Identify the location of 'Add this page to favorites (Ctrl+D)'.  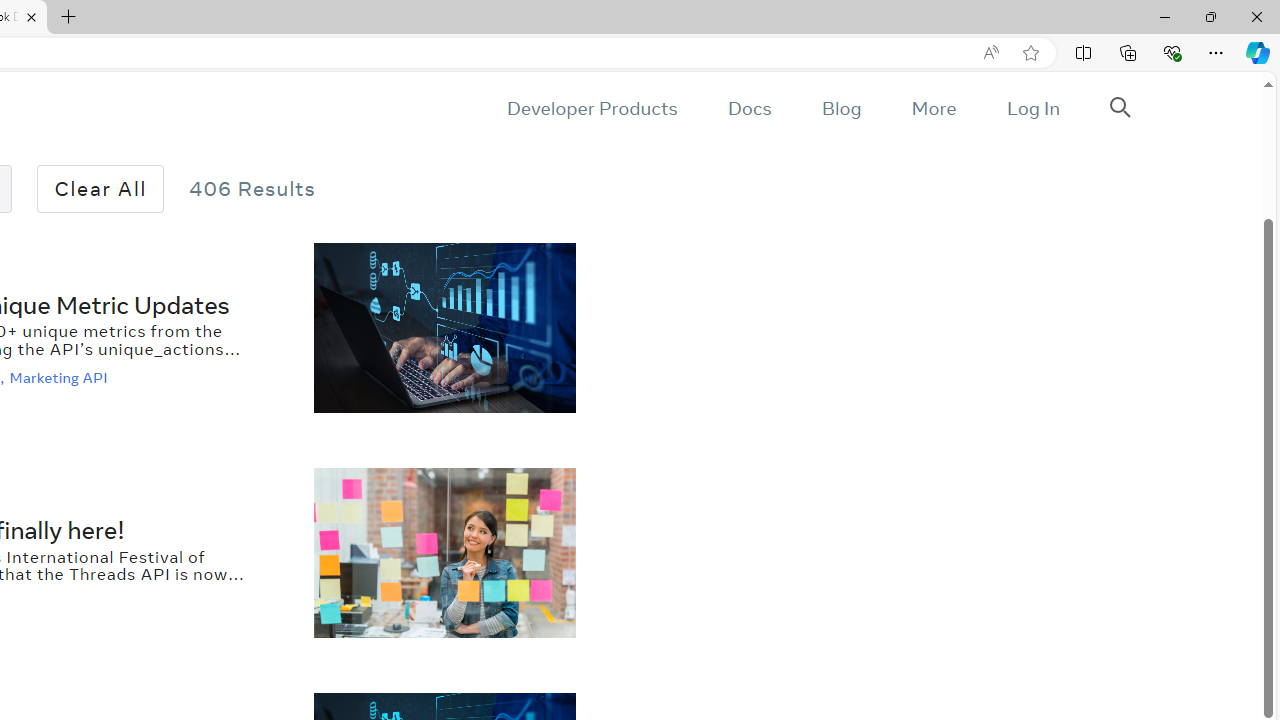
(1031, 52).